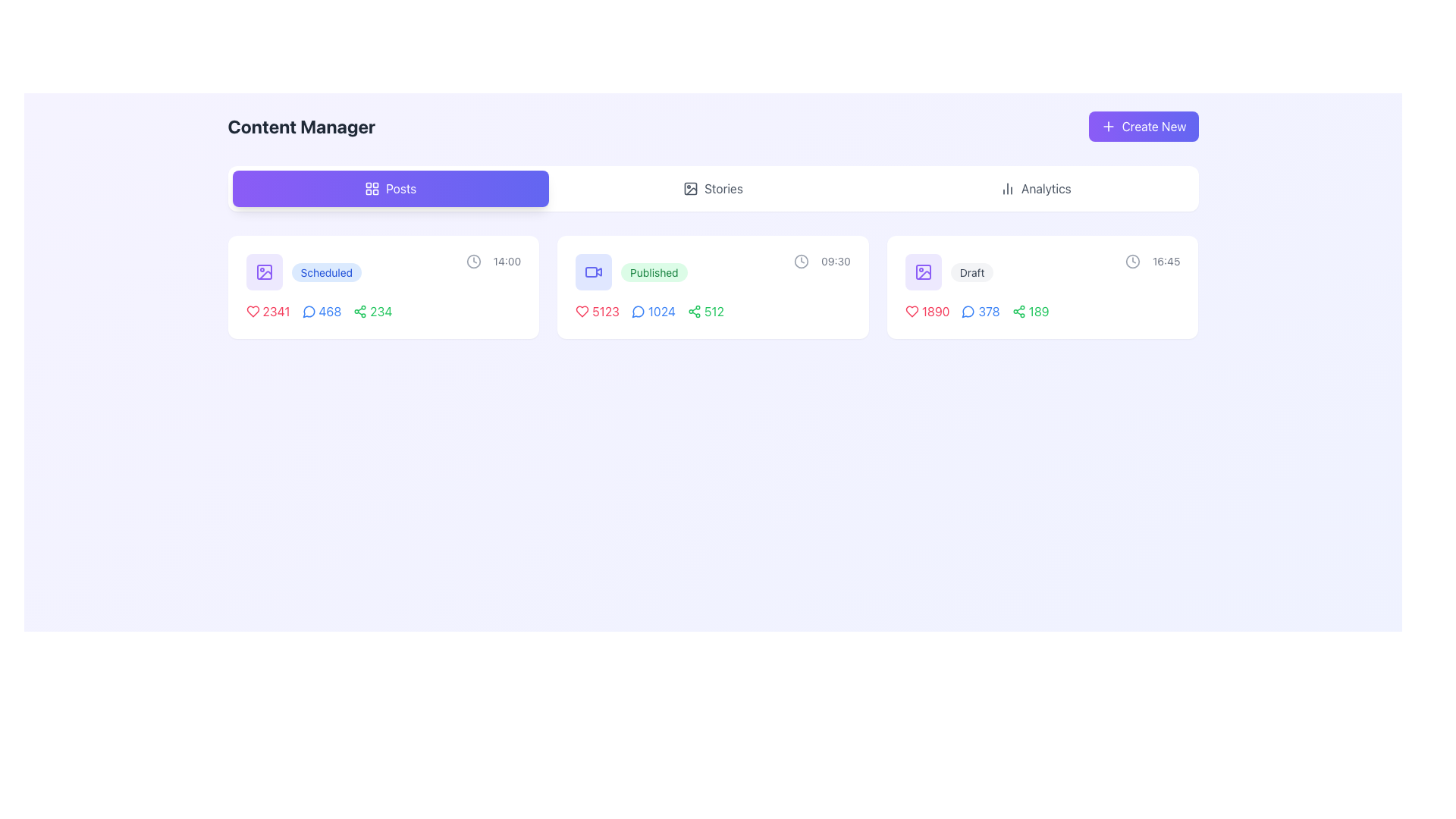  Describe the element at coordinates (653, 311) in the screenshot. I see `the numerical label '1024' styled with blue text, which is positioned next to a speech bubble icon in the middle card of a horizontally aligned set of cards` at that location.